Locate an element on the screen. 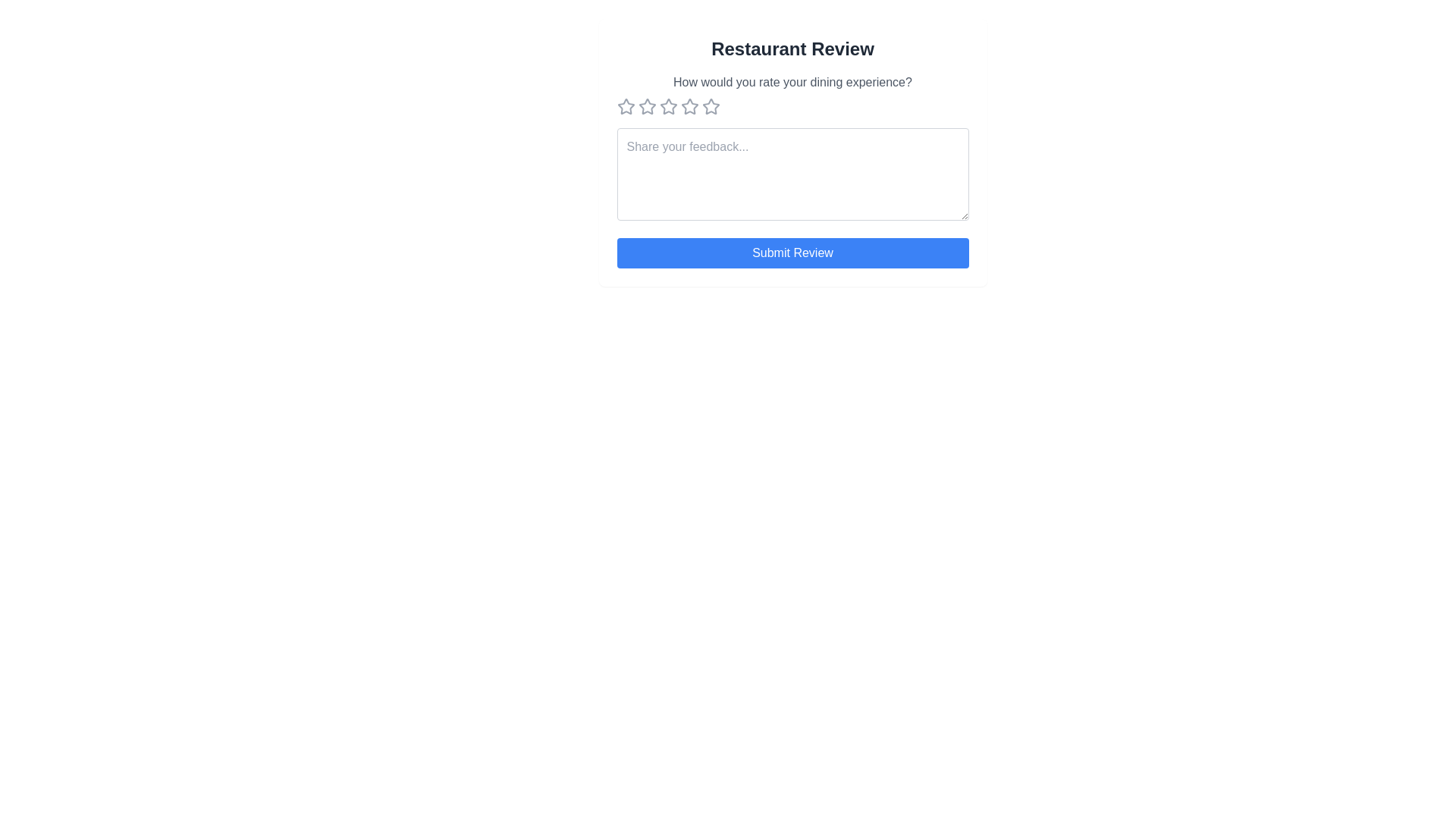 Image resolution: width=1456 pixels, height=819 pixels. the star button corresponding to 4 stars is located at coordinates (689, 106).